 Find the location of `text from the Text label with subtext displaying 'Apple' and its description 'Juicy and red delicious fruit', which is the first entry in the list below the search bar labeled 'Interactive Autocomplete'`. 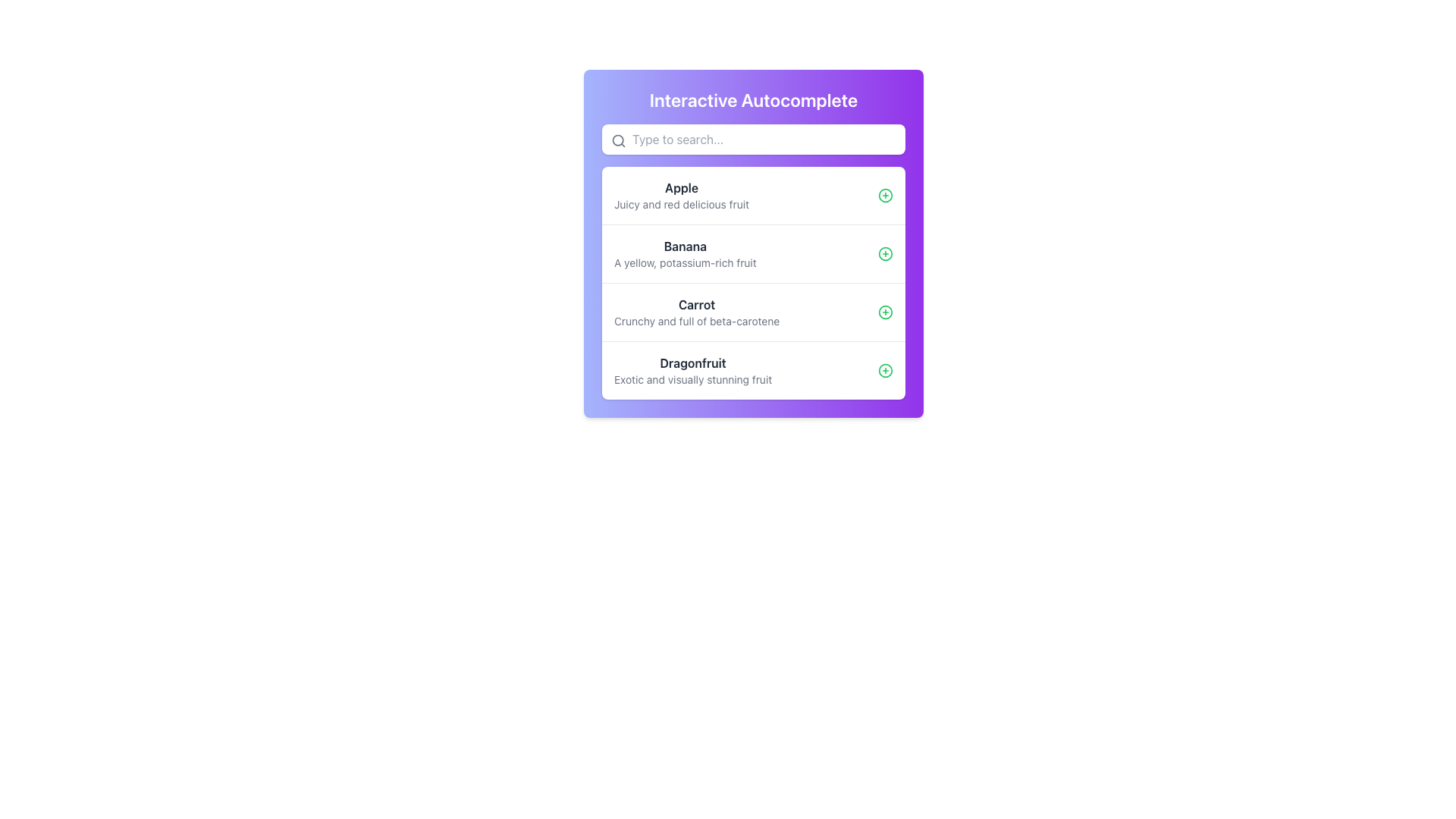

text from the Text label with subtext displaying 'Apple' and its description 'Juicy and red delicious fruit', which is the first entry in the list below the search bar labeled 'Interactive Autocomplete' is located at coordinates (680, 195).